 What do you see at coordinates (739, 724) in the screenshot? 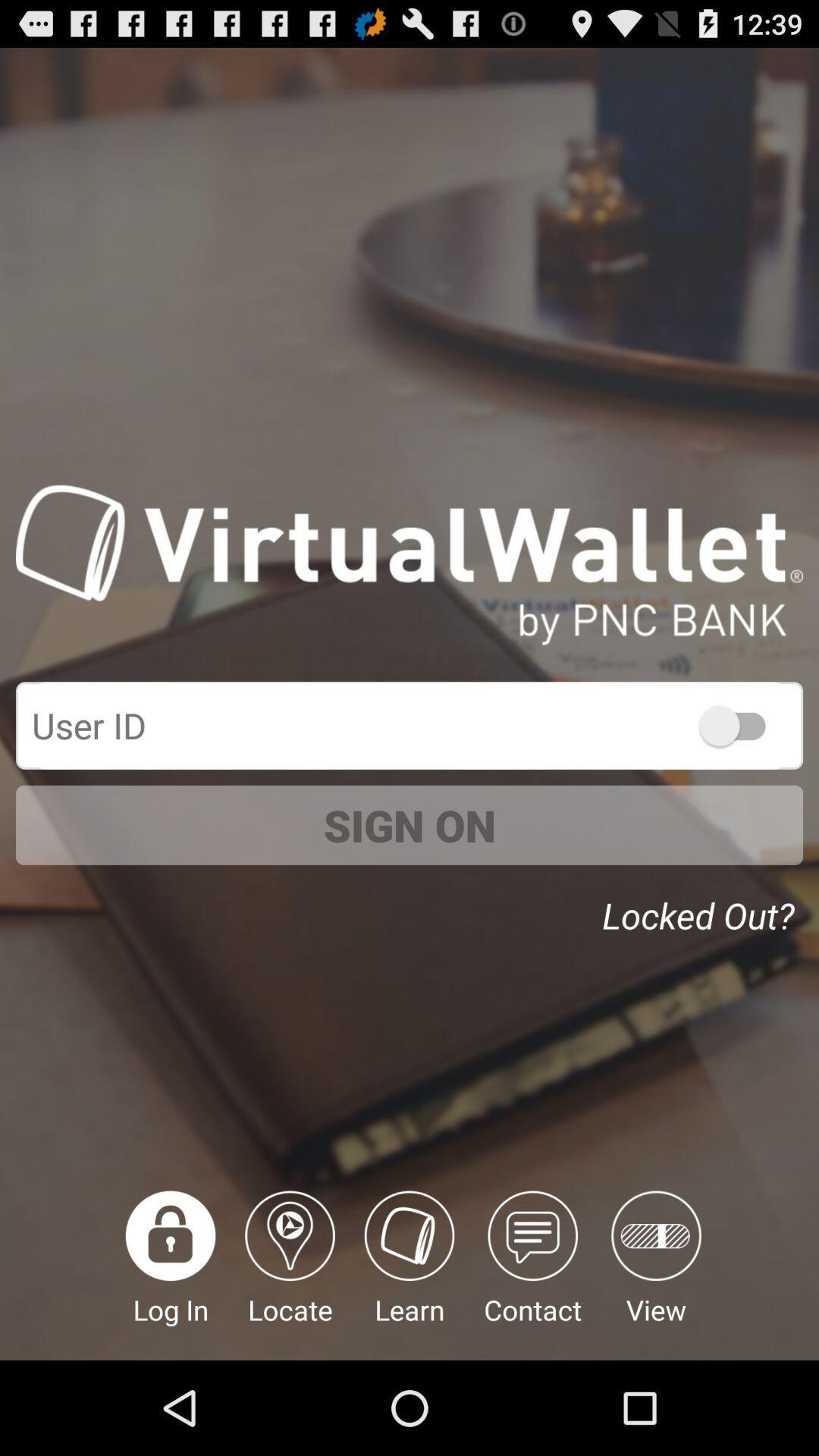
I see `to display userid` at bounding box center [739, 724].